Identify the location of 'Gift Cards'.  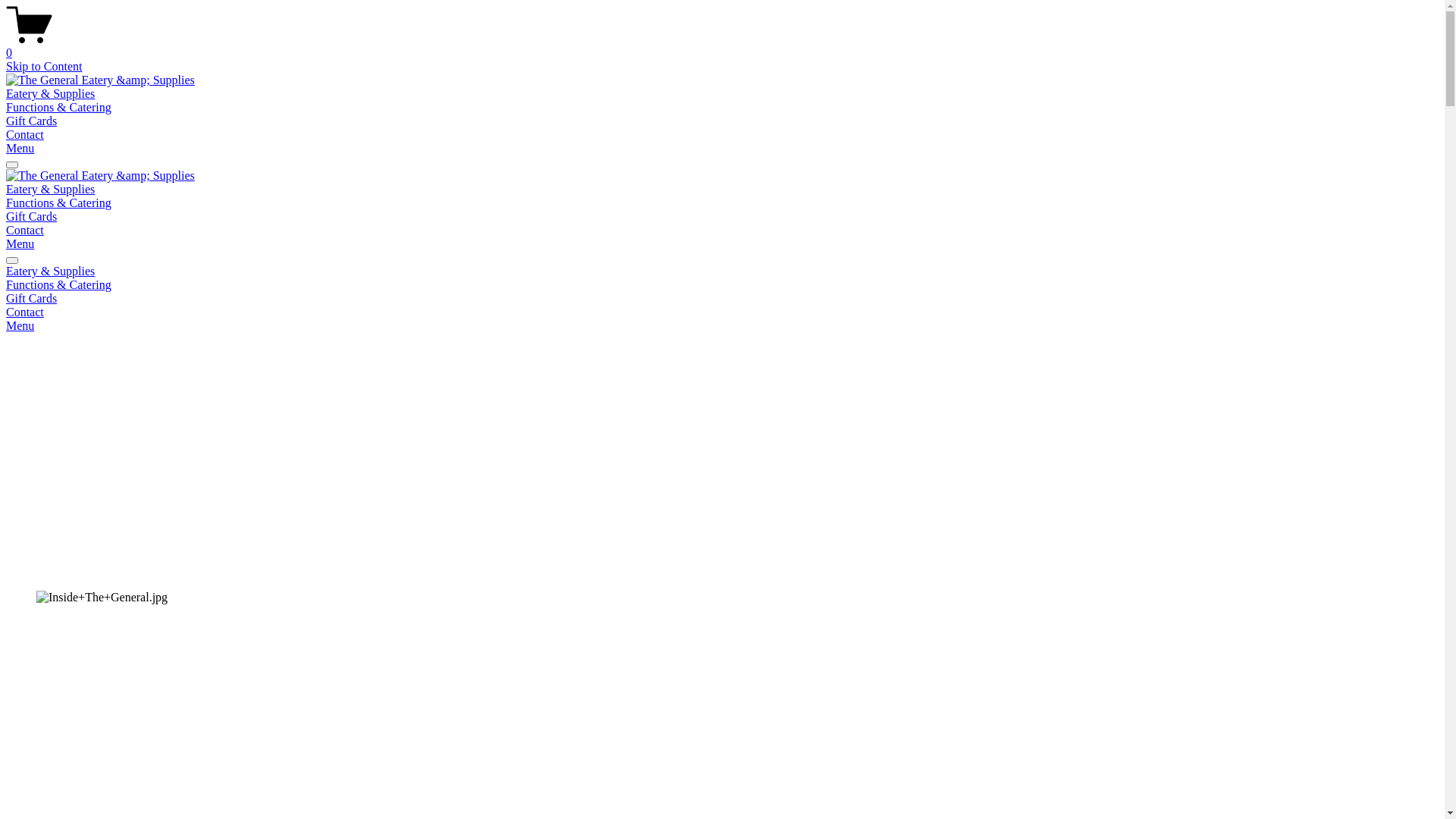
(6, 216).